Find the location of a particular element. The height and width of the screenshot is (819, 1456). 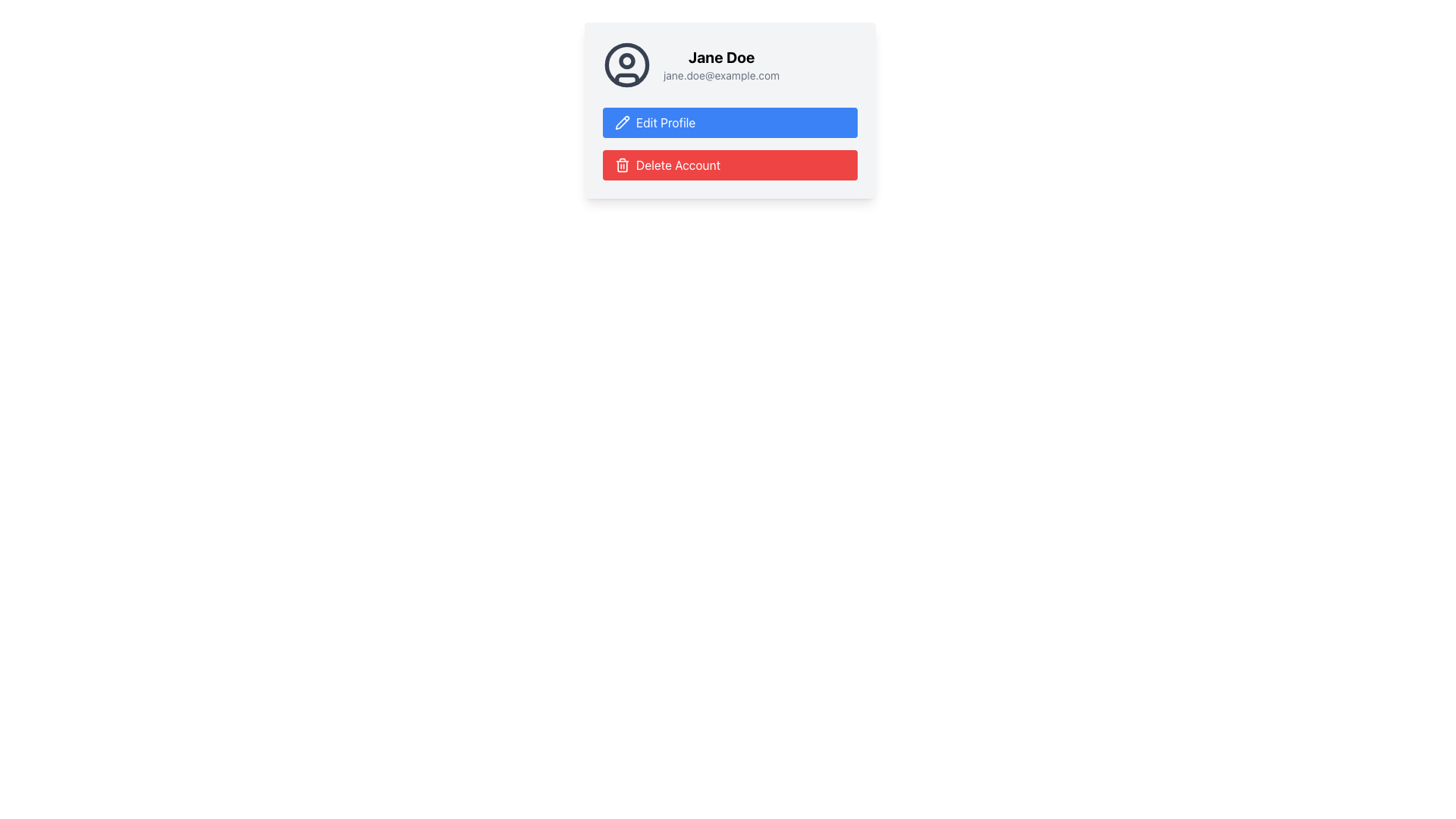

the graphic circle element that is part of the user avatar icon, located within the user profile card is located at coordinates (626, 64).